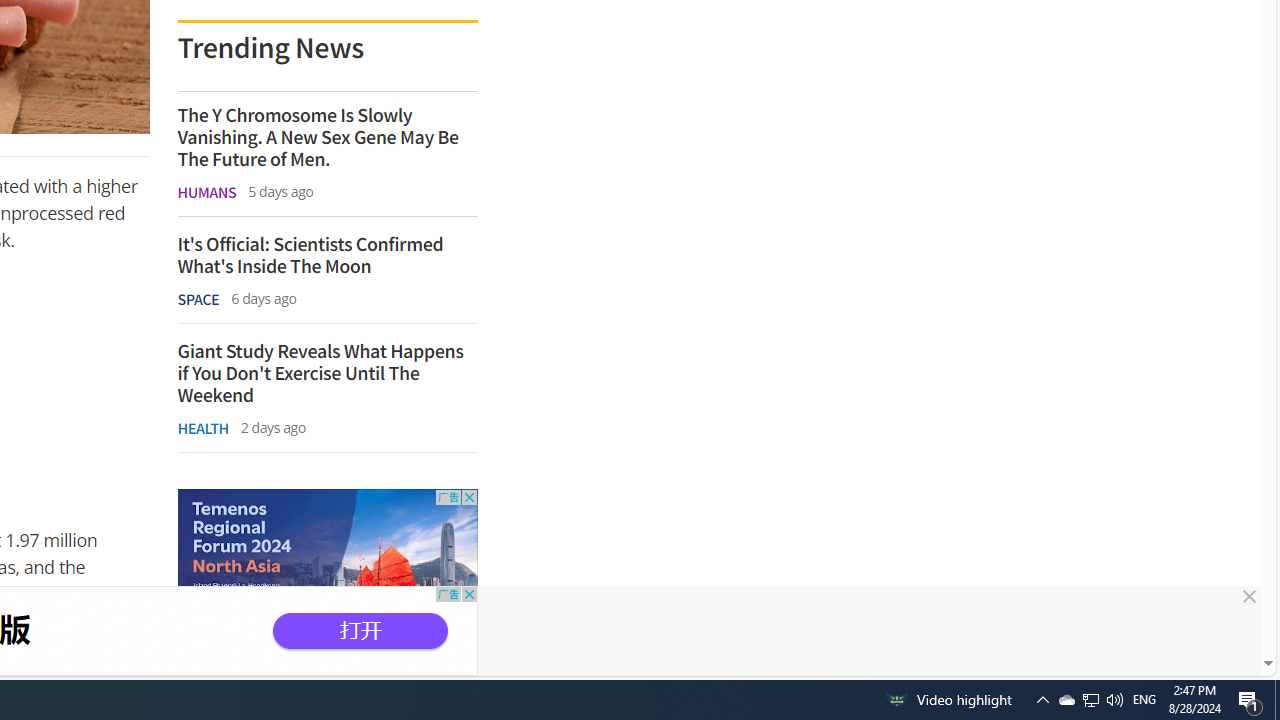 Image resolution: width=1280 pixels, height=720 pixels. I want to click on 'HEALTH', so click(202, 427).